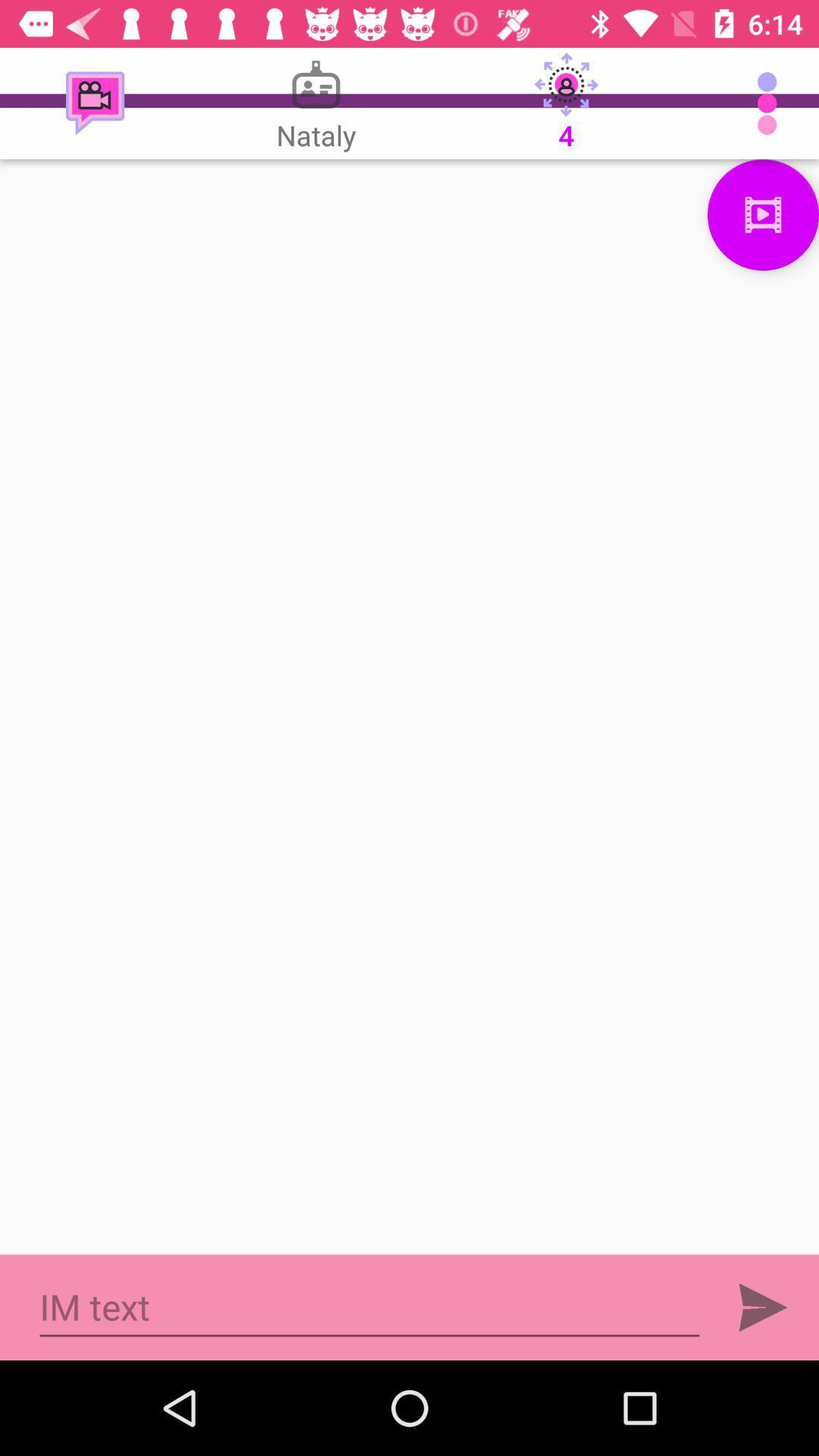  Describe the element at coordinates (369, 1307) in the screenshot. I see `text entry` at that location.